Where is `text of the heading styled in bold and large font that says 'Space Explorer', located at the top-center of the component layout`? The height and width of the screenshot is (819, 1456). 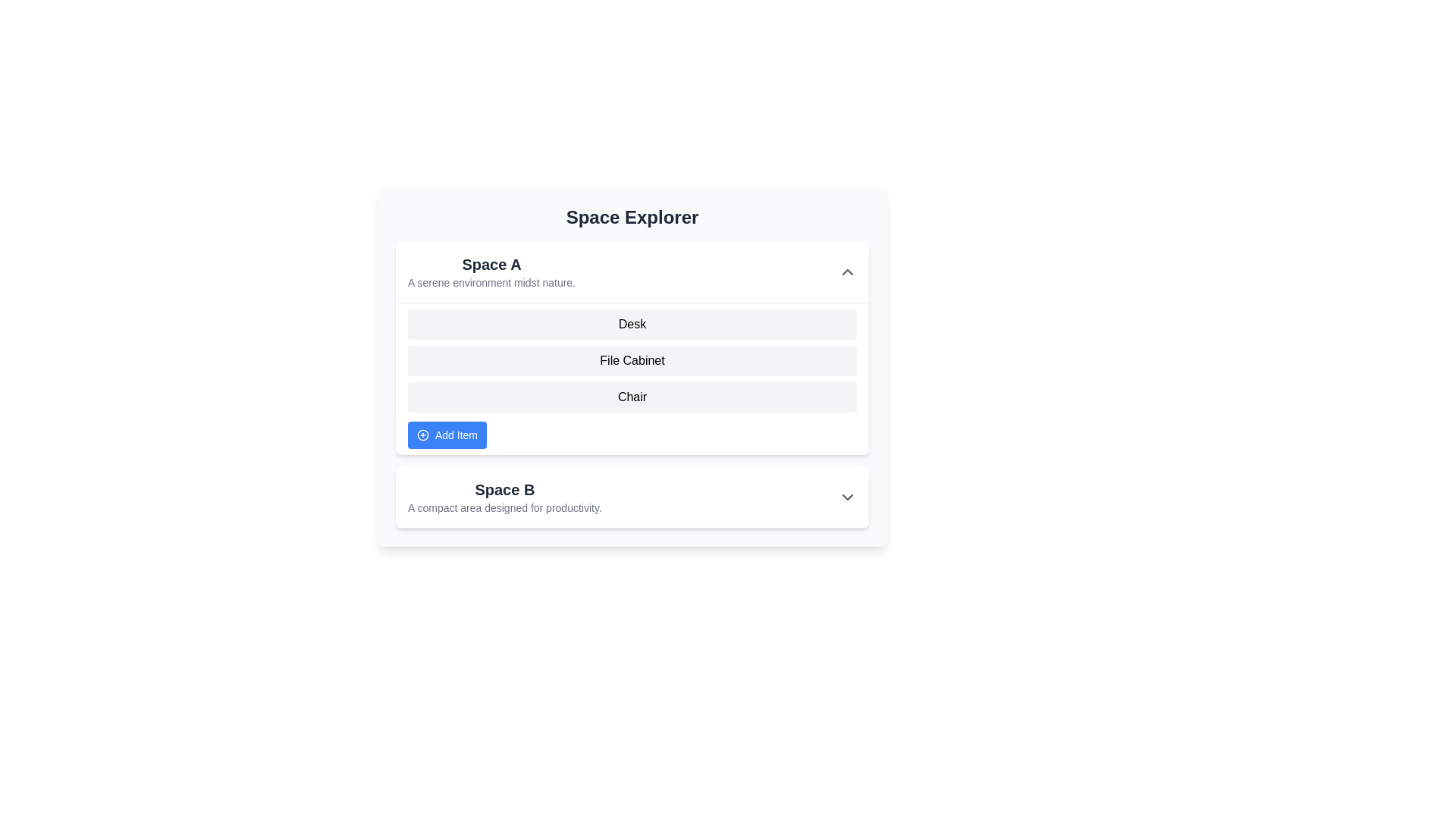
text of the heading styled in bold and large font that says 'Space Explorer', located at the top-center of the component layout is located at coordinates (632, 217).